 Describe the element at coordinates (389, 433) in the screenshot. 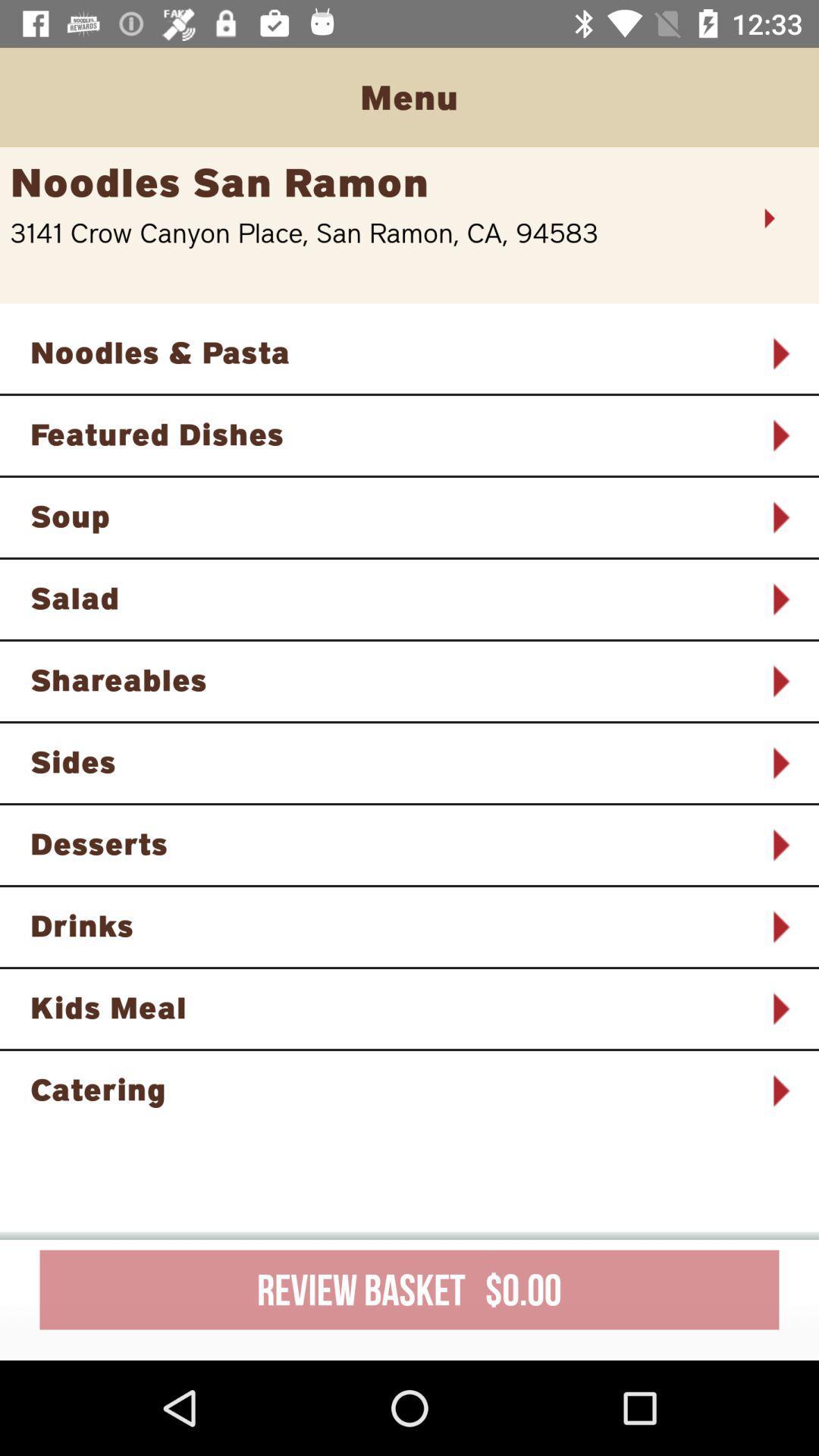

I see `the icon above soup  item` at that location.